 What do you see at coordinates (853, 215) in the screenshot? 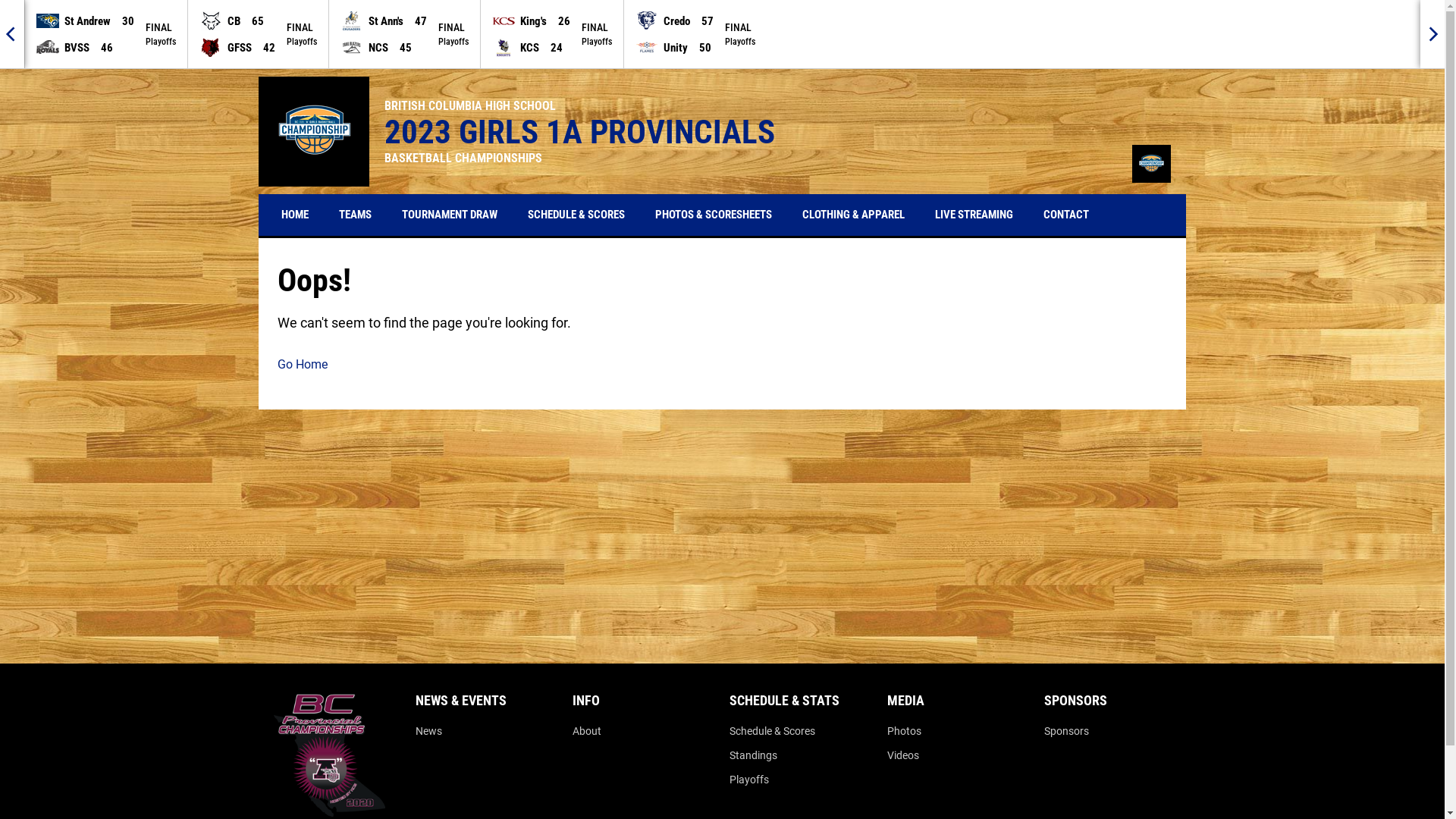
I see `'CLOTHING & APPAREL'` at bounding box center [853, 215].